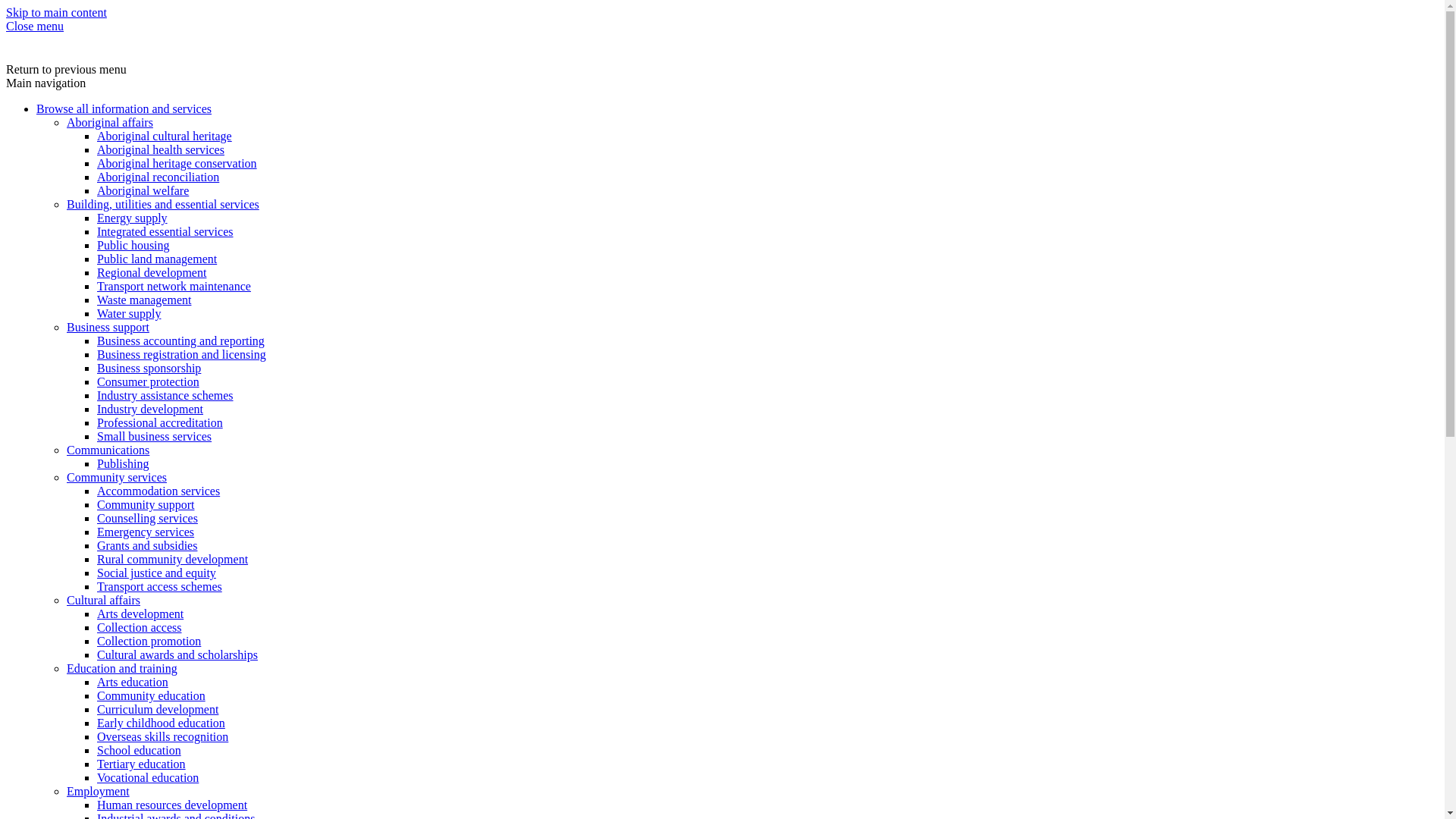 The height and width of the screenshot is (819, 1456). What do you see at coordinates (132, 218) in the screenshot?
I see `'Energy supply'` at bounding box center [132, 218].